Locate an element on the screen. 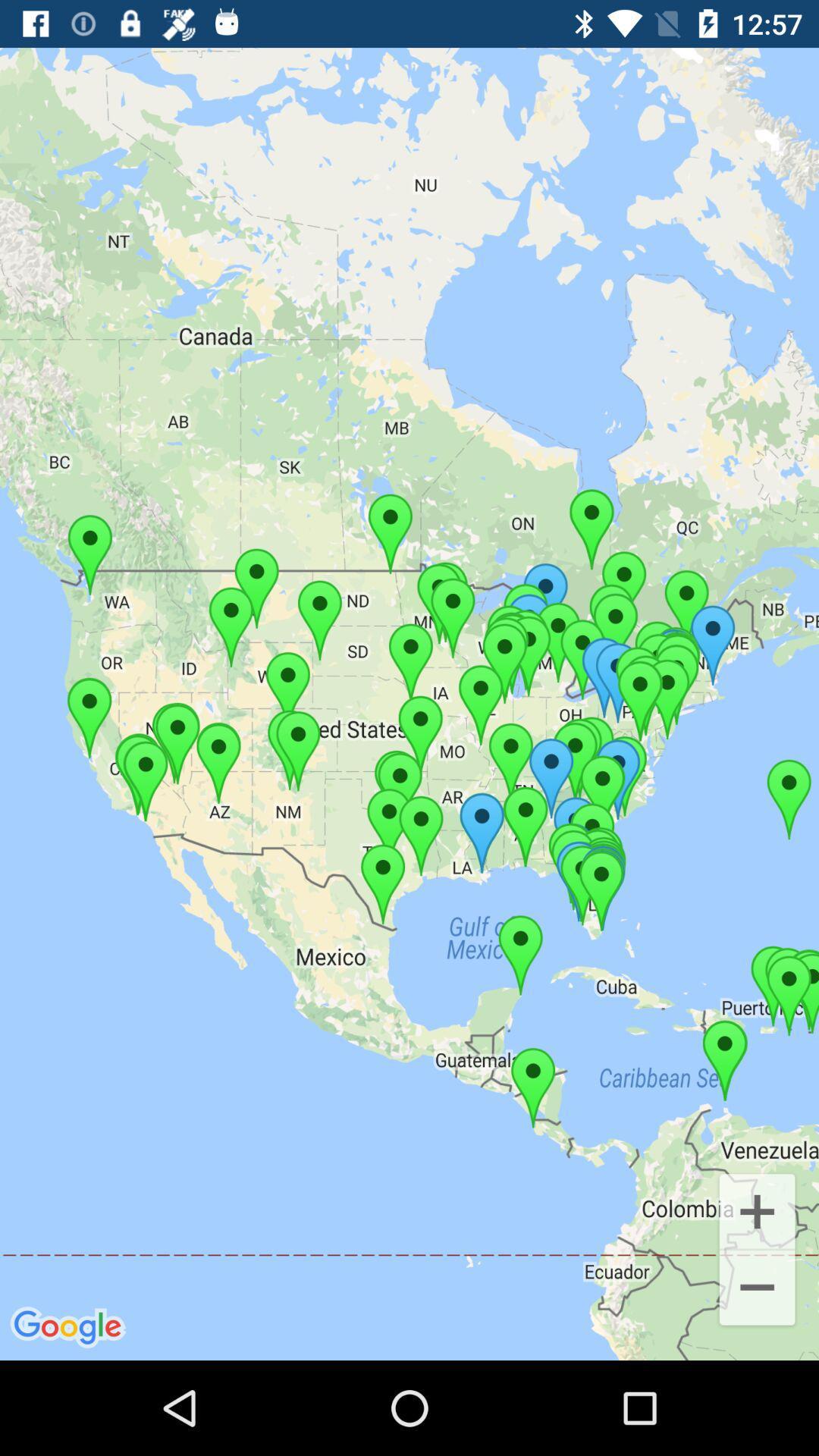  the item at the center is located at coordinates (409, 703).